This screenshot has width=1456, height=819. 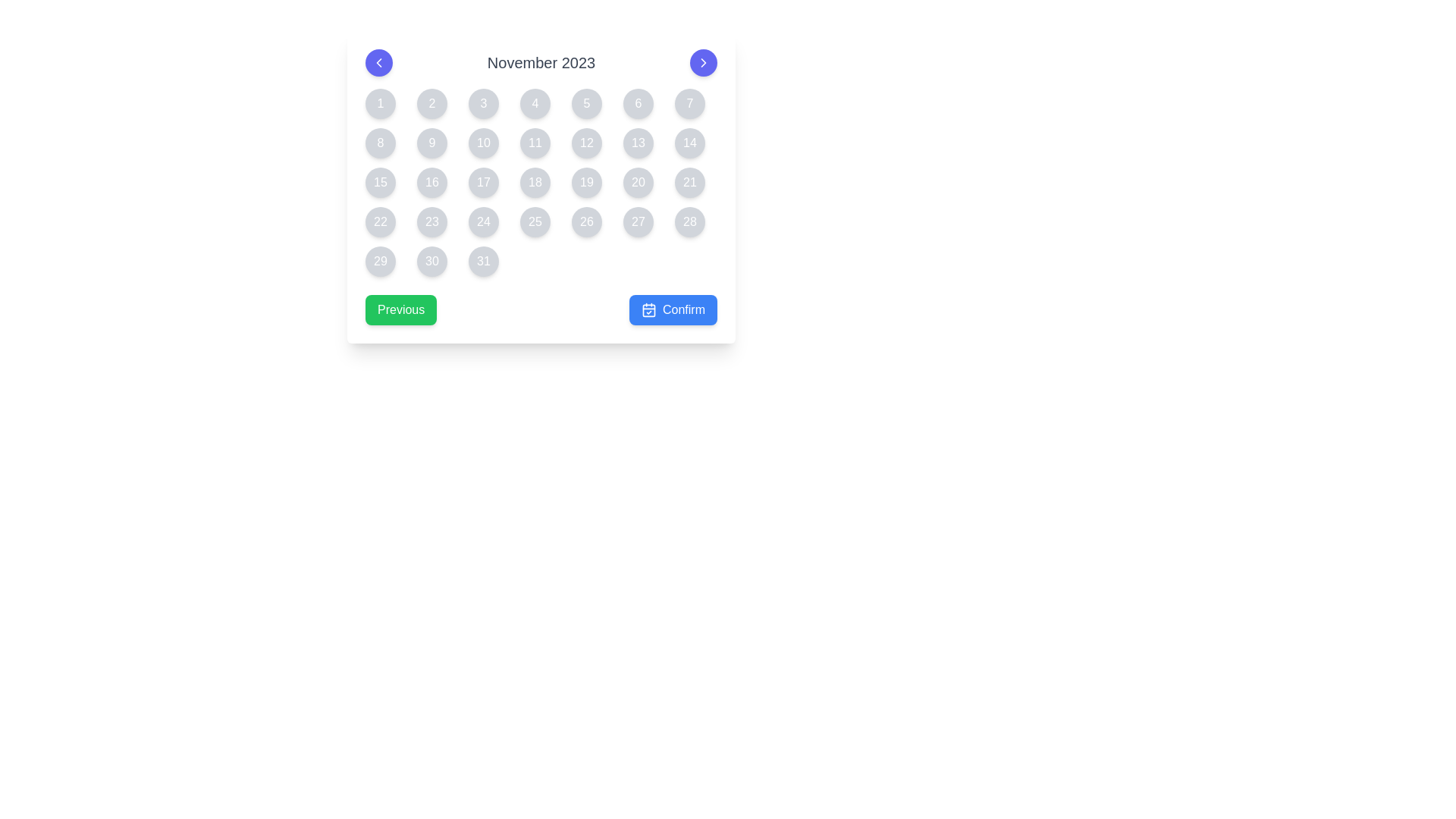 What do you see at coordinates (535, 103) in the screenshot?
I see `the circular button labeled '4' with a light gray background to change its color, which is part of a grid layout in the date picker widget` at bounding box center [535, 103].